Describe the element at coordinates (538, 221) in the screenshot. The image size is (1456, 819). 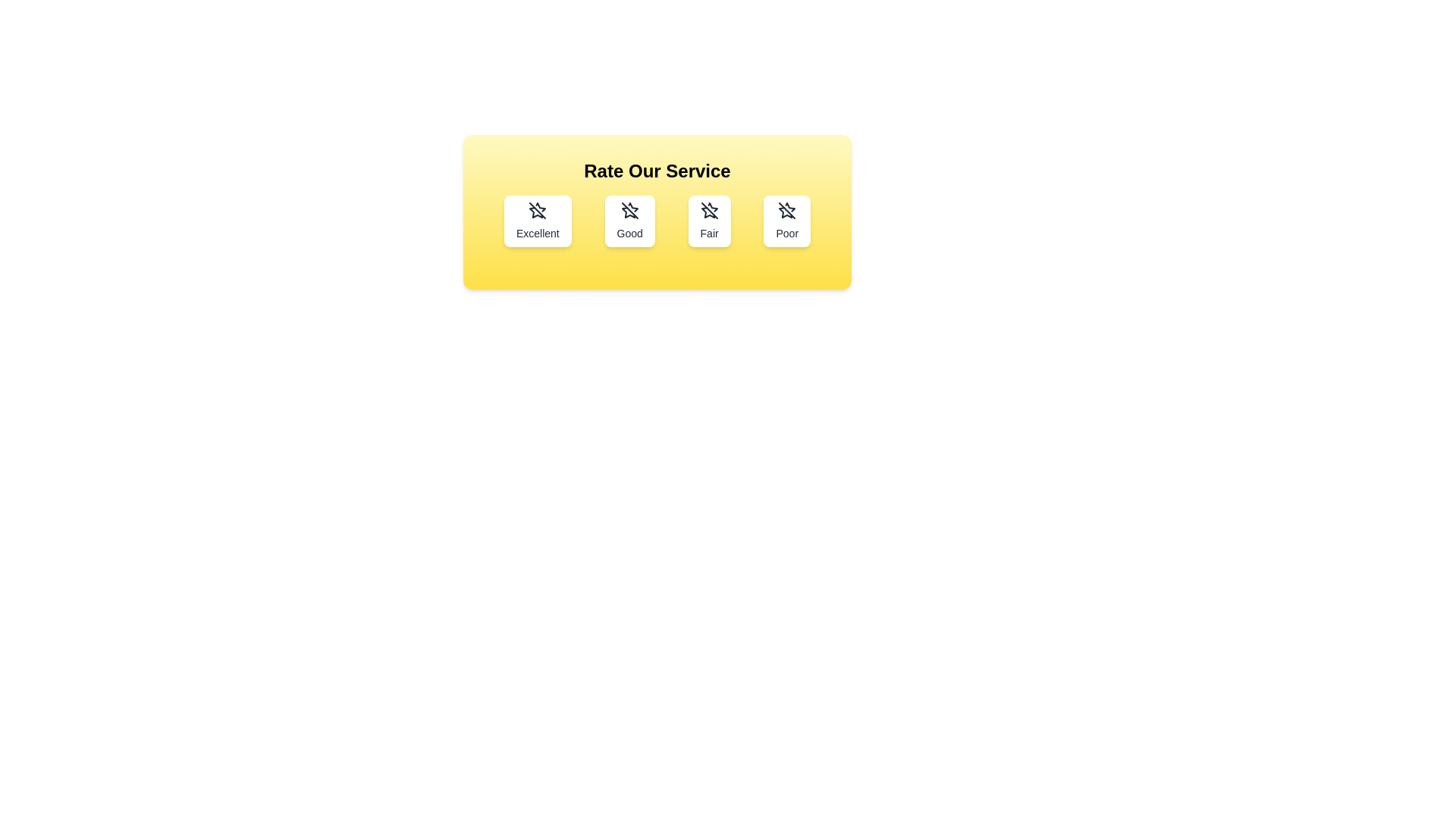
I see `the rating button labeled Excellent to select it` at that location.